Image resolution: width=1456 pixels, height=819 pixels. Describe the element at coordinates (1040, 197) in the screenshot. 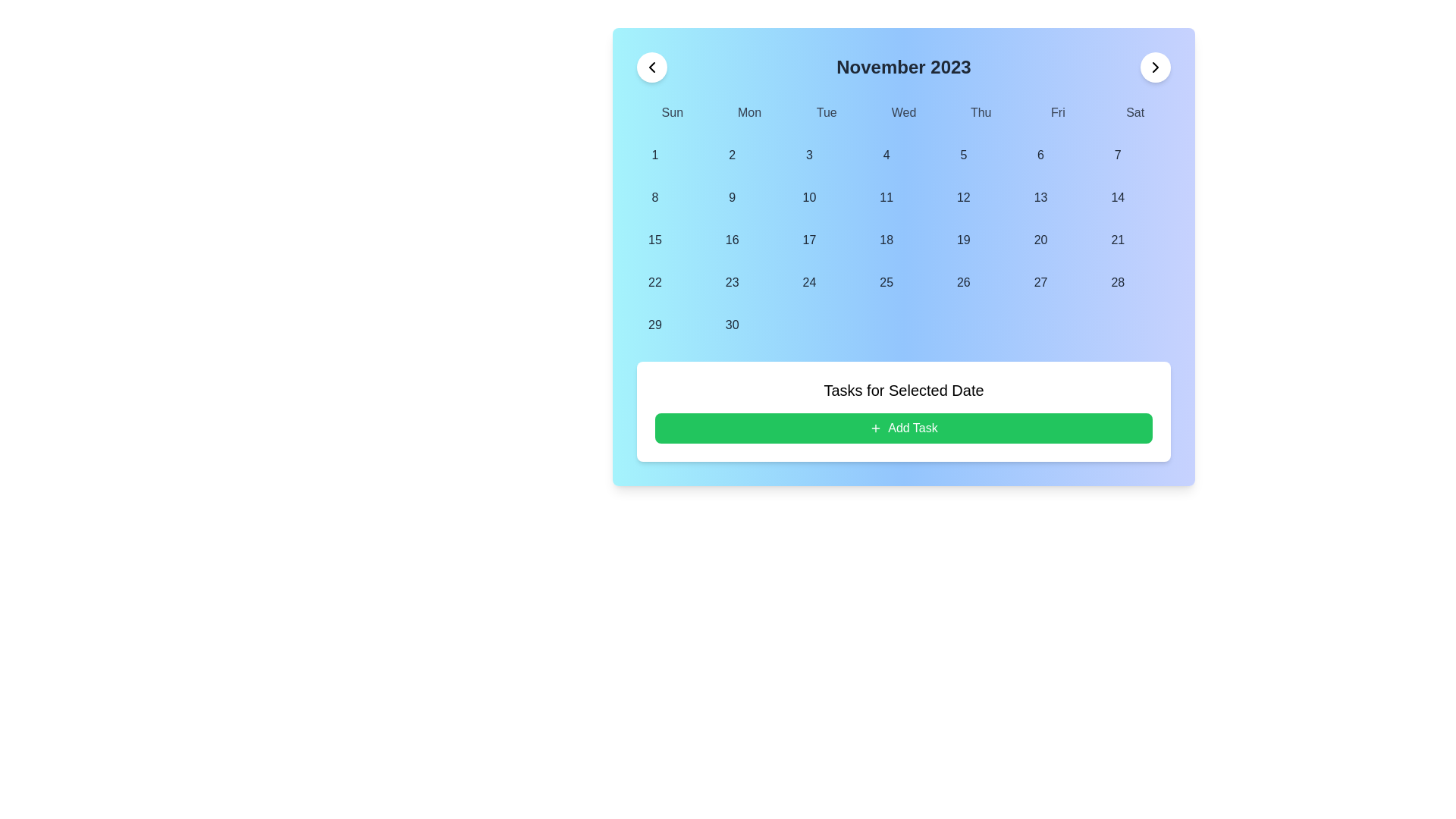

I see `the button representing the 13th day of the month in the calendar interface, located in the seventh column and second row, to trigger the hover effect` at that location.